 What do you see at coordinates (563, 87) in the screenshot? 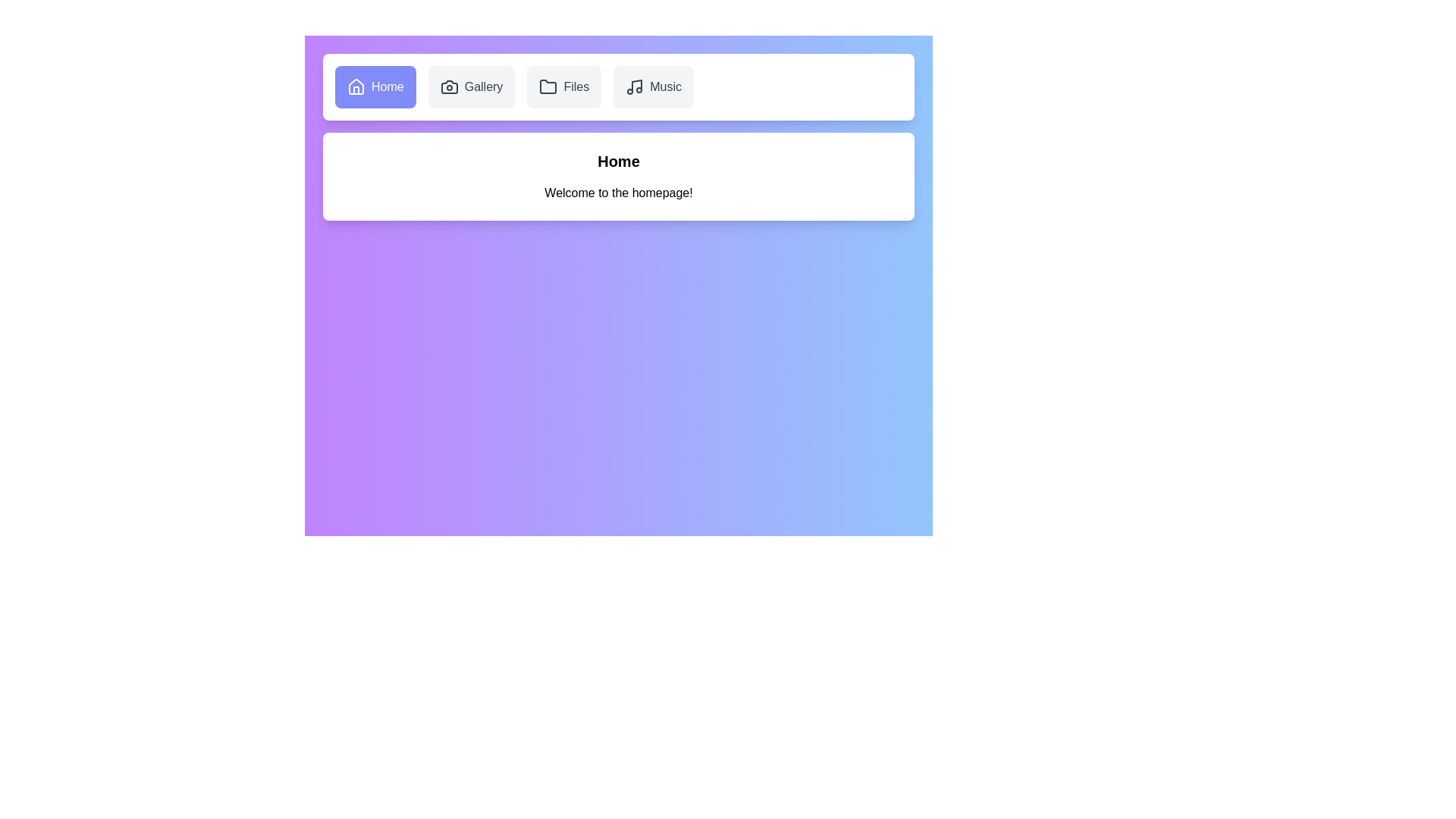
I see `the tab labeled Files` at bounding box center [563, 87].